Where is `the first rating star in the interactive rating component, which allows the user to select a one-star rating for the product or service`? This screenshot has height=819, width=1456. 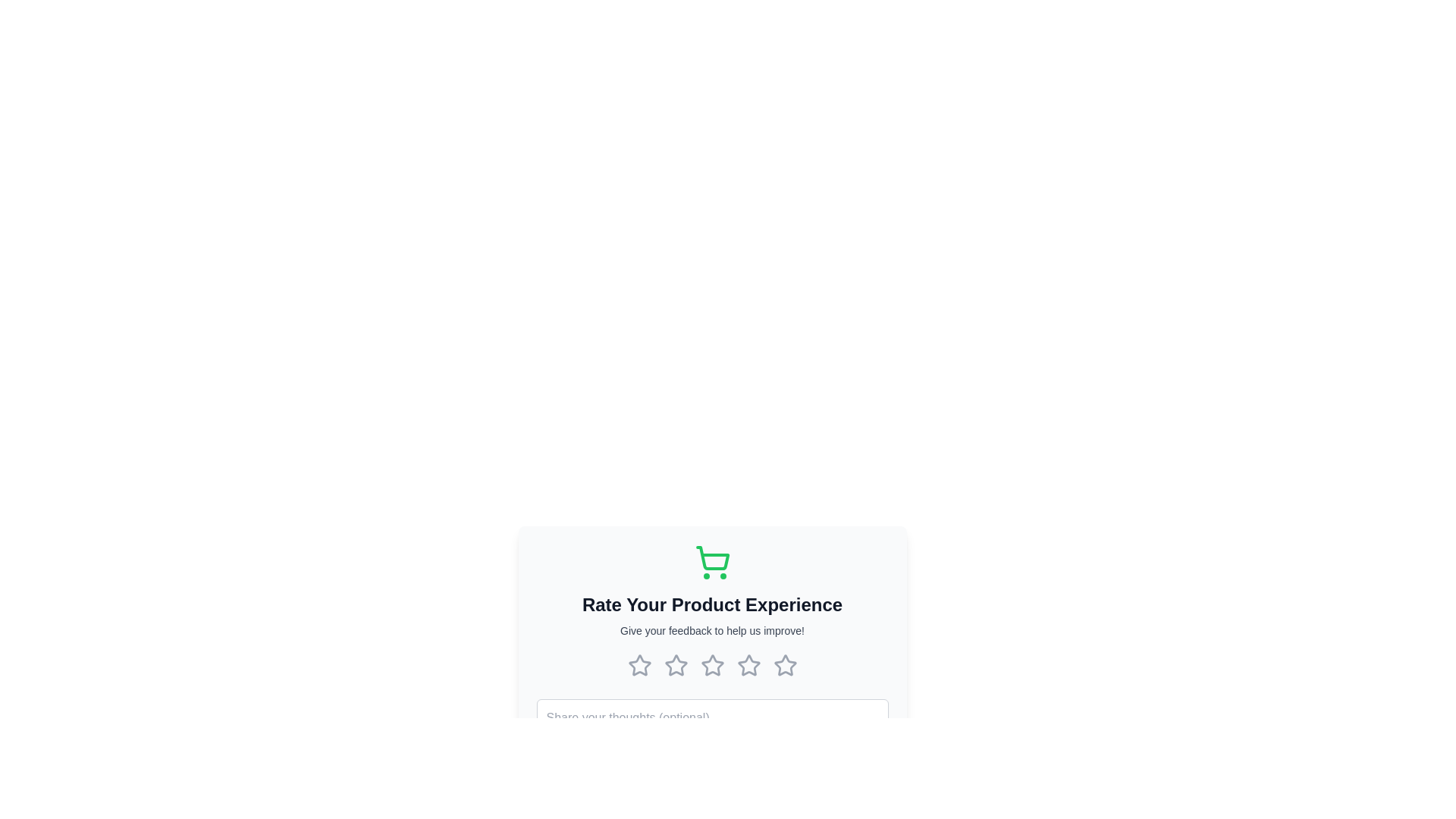
the first rating star in the interactive rating component, which allows the user to select a one-star rating for the product or service is located at coordinates (639, 665).